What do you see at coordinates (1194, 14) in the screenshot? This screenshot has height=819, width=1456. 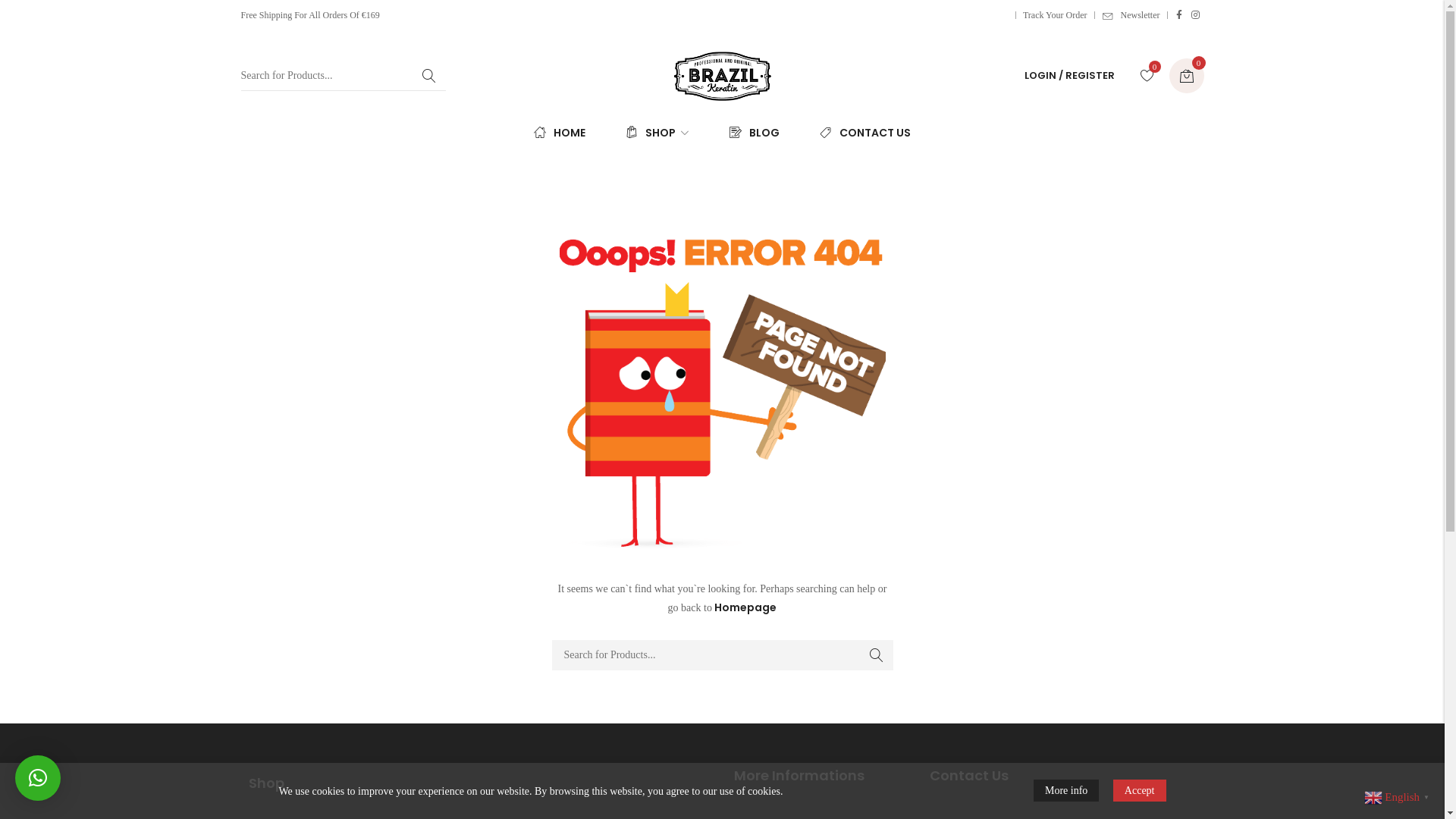 I see `'Instagram'` at bounding box center [1194, 14].